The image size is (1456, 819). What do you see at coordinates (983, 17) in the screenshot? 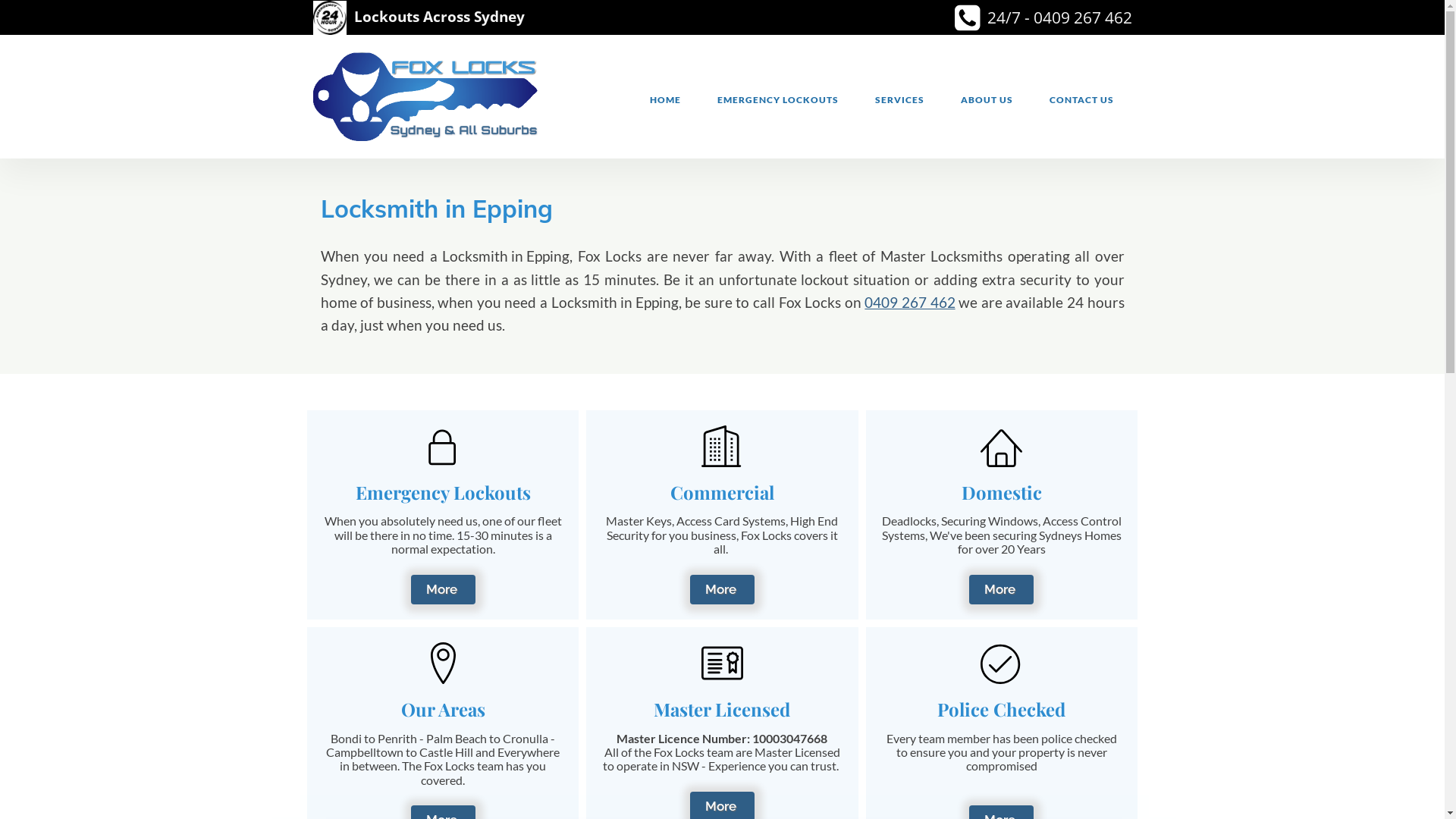
I see `' 24/7 - 0409 267 462'` at bounding box center [983, 17].